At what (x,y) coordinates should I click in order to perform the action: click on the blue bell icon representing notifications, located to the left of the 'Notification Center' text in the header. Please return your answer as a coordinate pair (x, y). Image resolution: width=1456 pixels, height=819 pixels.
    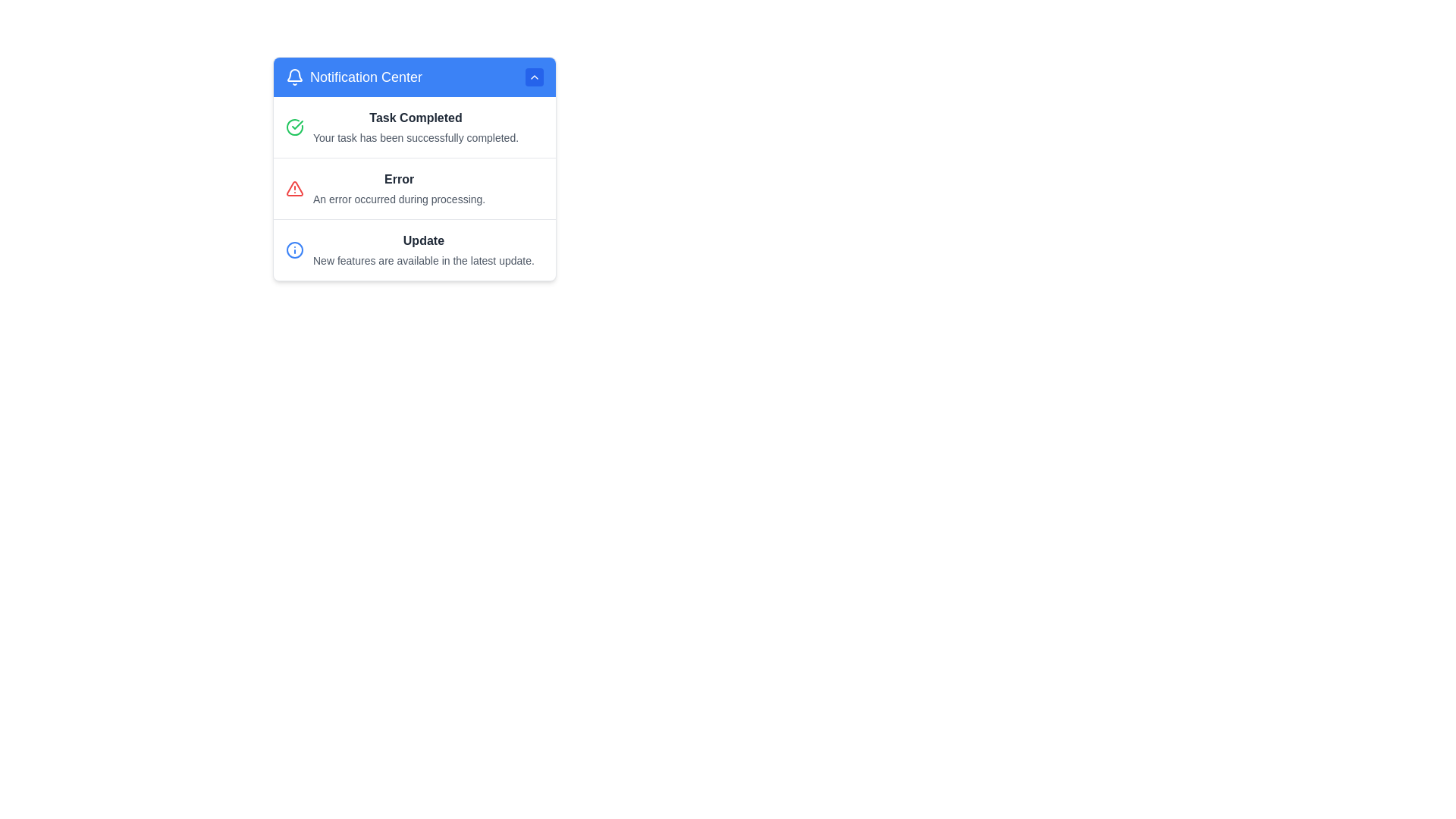
    Looking at the image, I should click on (294, 75).